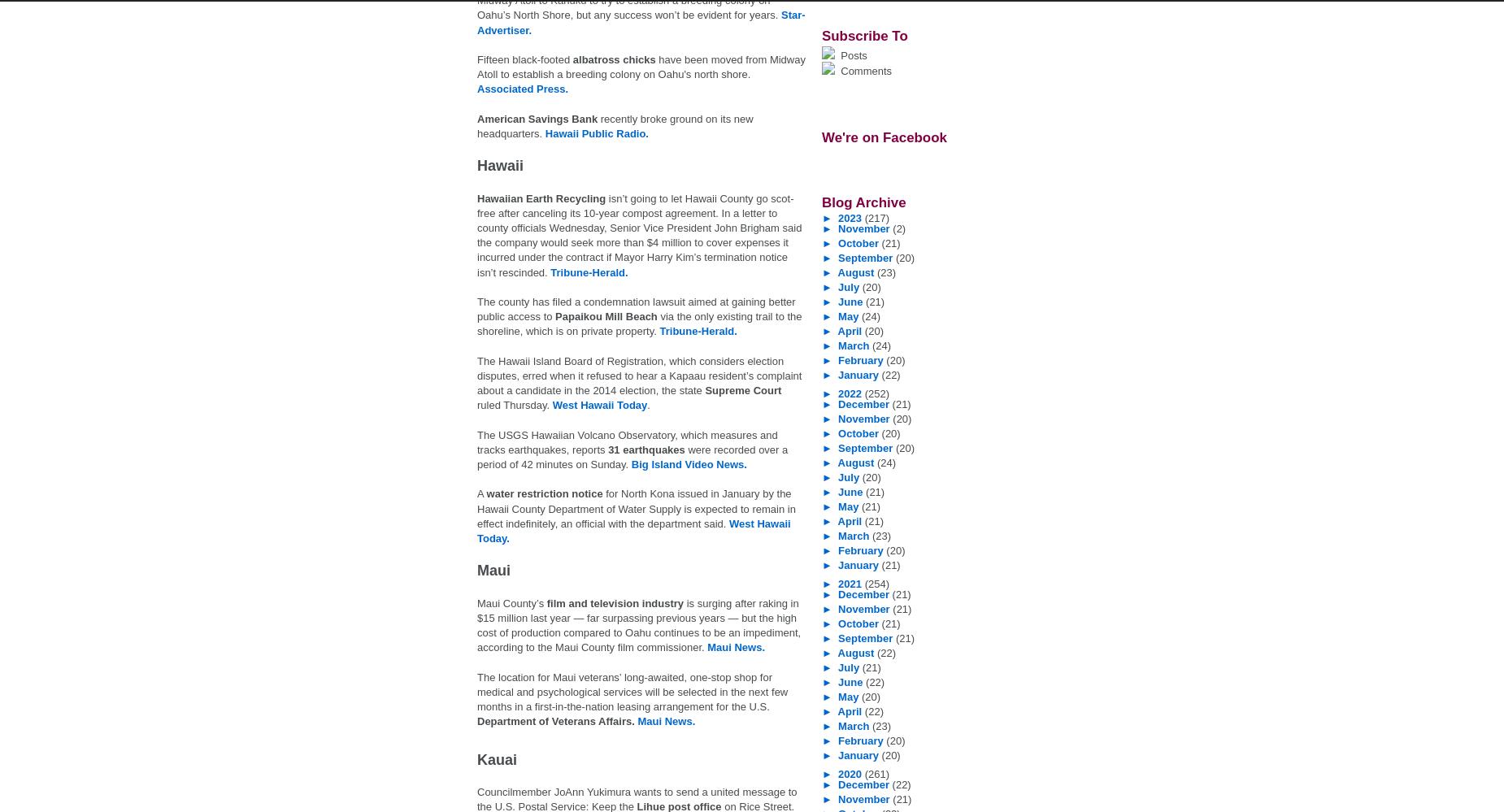  Describe the element at coordinates (477, 234) in the screenshot. I see `'isn’t going to let Hawaii County go scot-free after canceling its 10-year compost agreement. In a letter to county officials Wednesday, Senior Vice President John Brigham said the company would seek more than $4 million to cover expenses it incurred under the contract if Mayor Harry Kim’s termination notice isn’t rescinded.'` at that location.